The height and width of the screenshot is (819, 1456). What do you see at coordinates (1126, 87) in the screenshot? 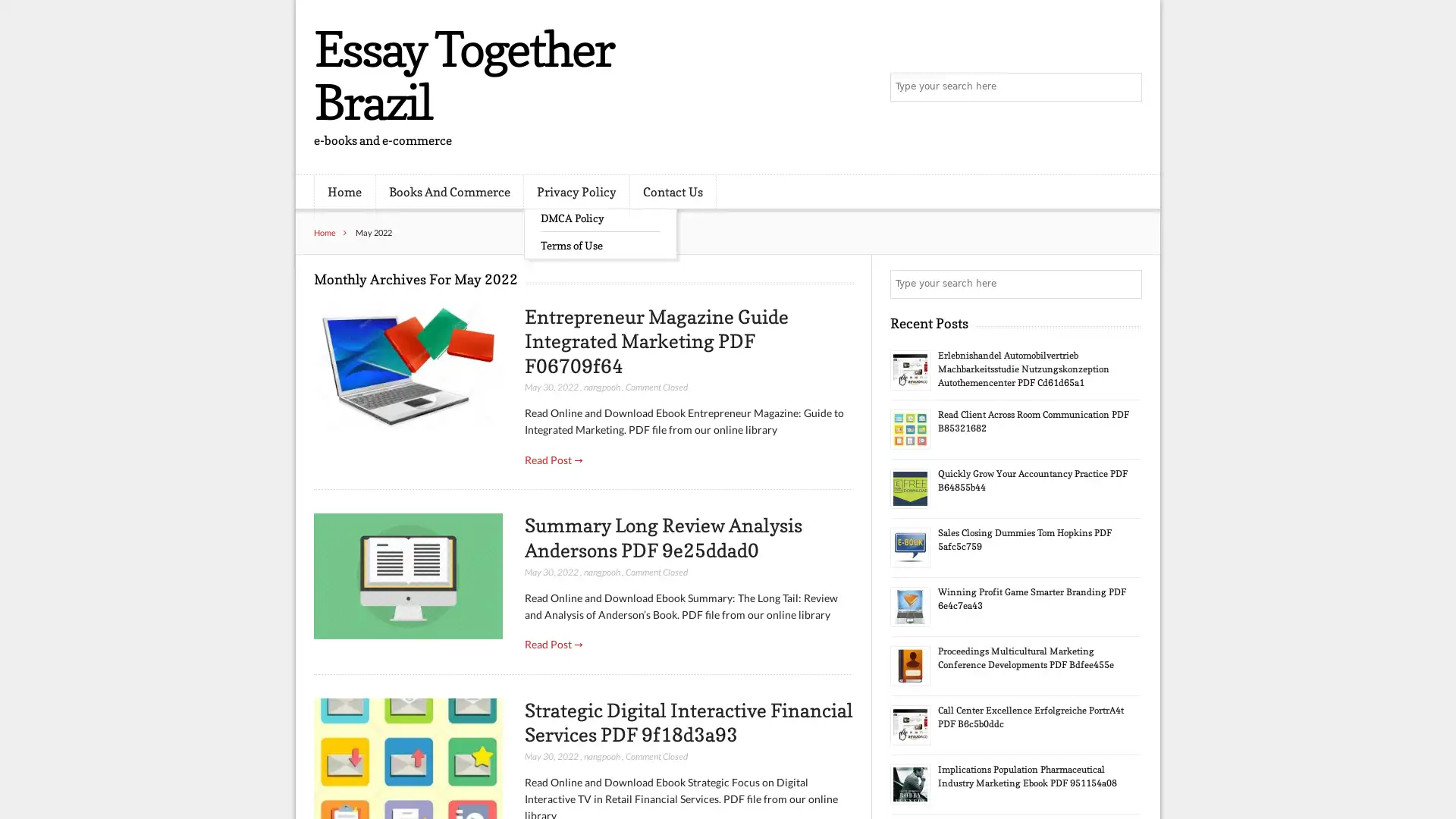
I see `Search` at bounding box center [1126, 87].